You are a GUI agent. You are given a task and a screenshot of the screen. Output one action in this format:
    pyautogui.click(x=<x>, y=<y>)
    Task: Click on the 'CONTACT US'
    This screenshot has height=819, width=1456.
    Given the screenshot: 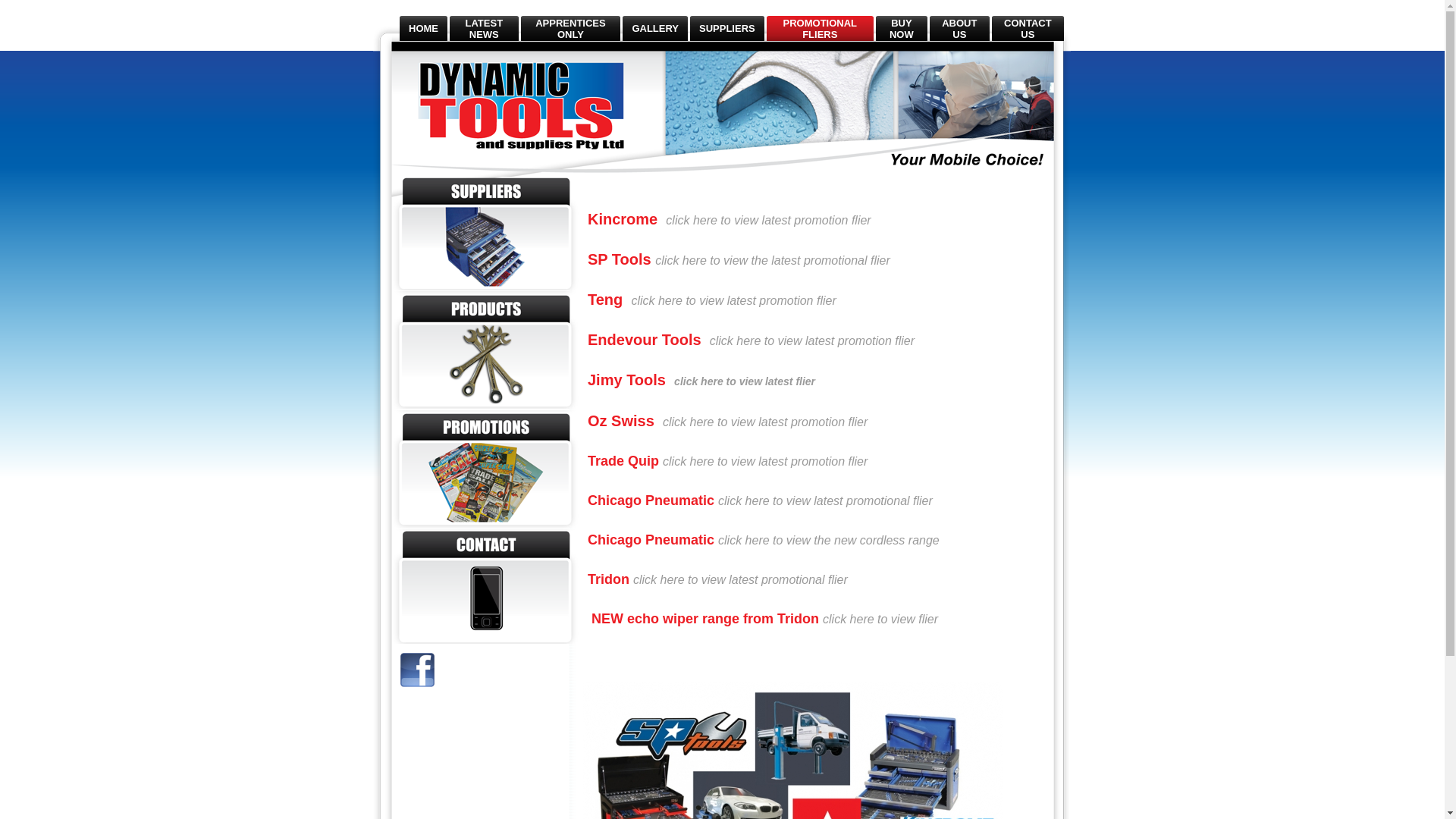 What is the action you would take?
    pyautogui.click(x=1028, y=28)
    